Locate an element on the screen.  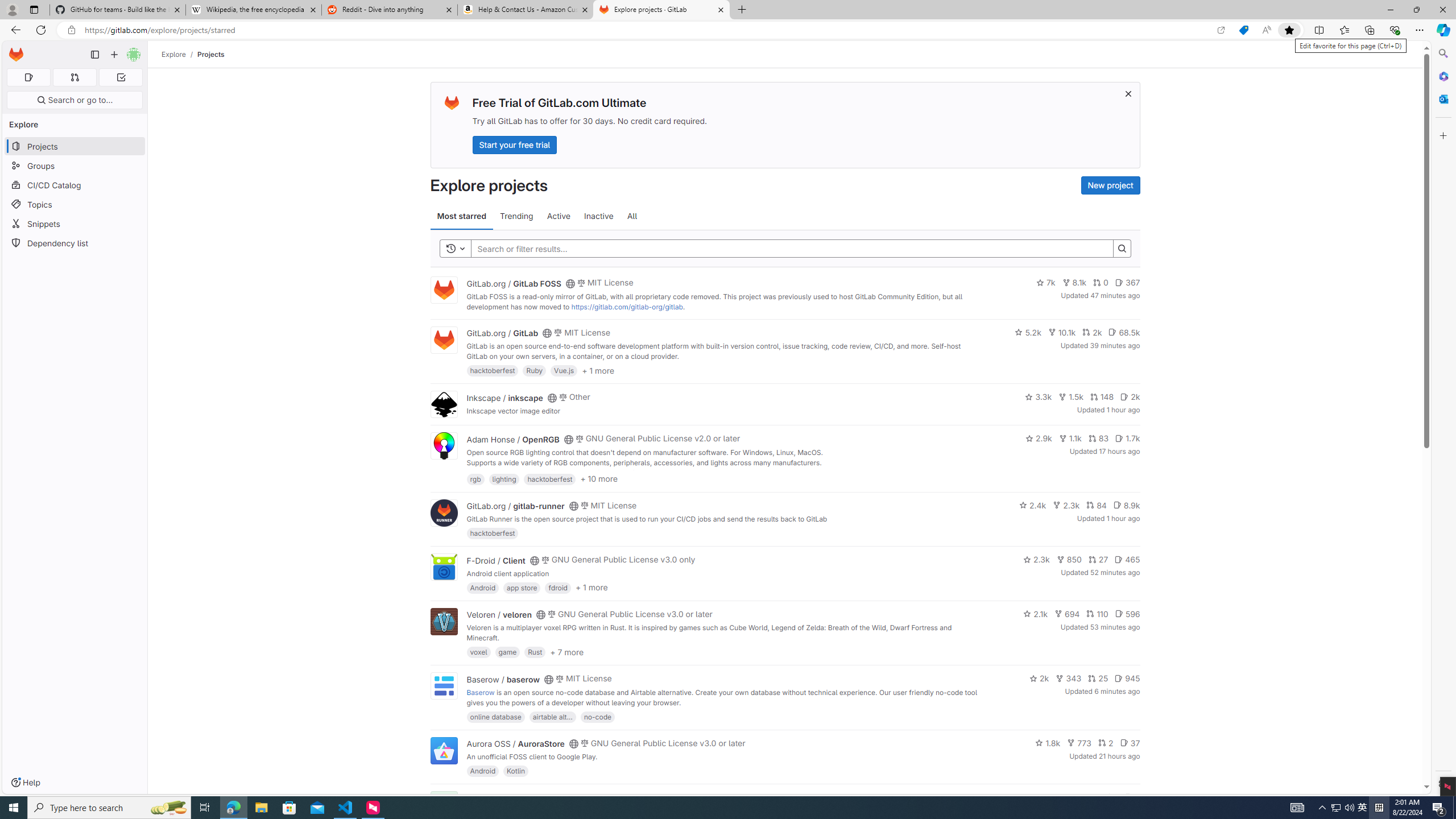
'773' is located at coordinates (1079, 742).